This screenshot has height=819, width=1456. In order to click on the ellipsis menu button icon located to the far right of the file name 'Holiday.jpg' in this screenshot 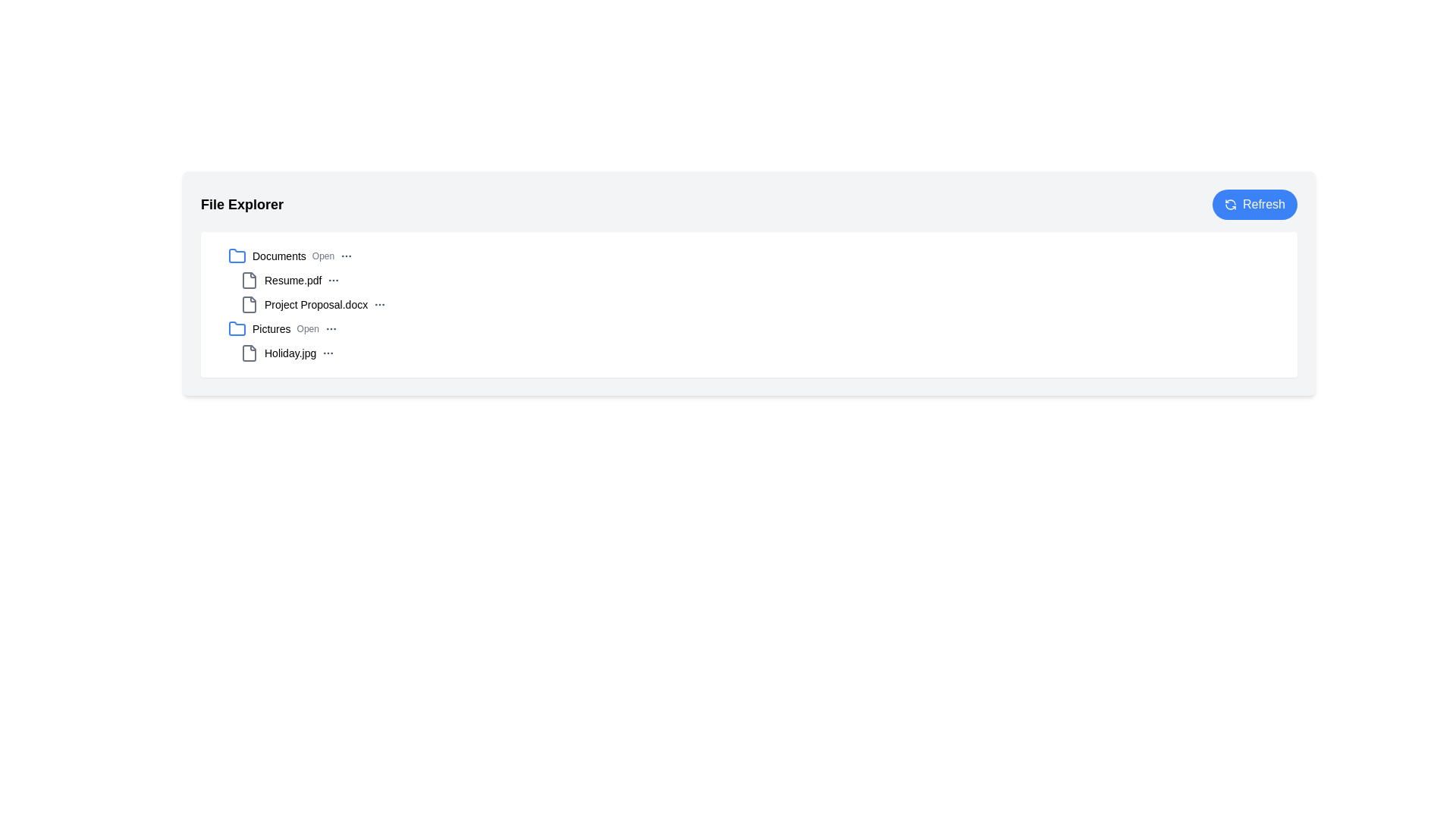, I will do `click(328, 353)`.